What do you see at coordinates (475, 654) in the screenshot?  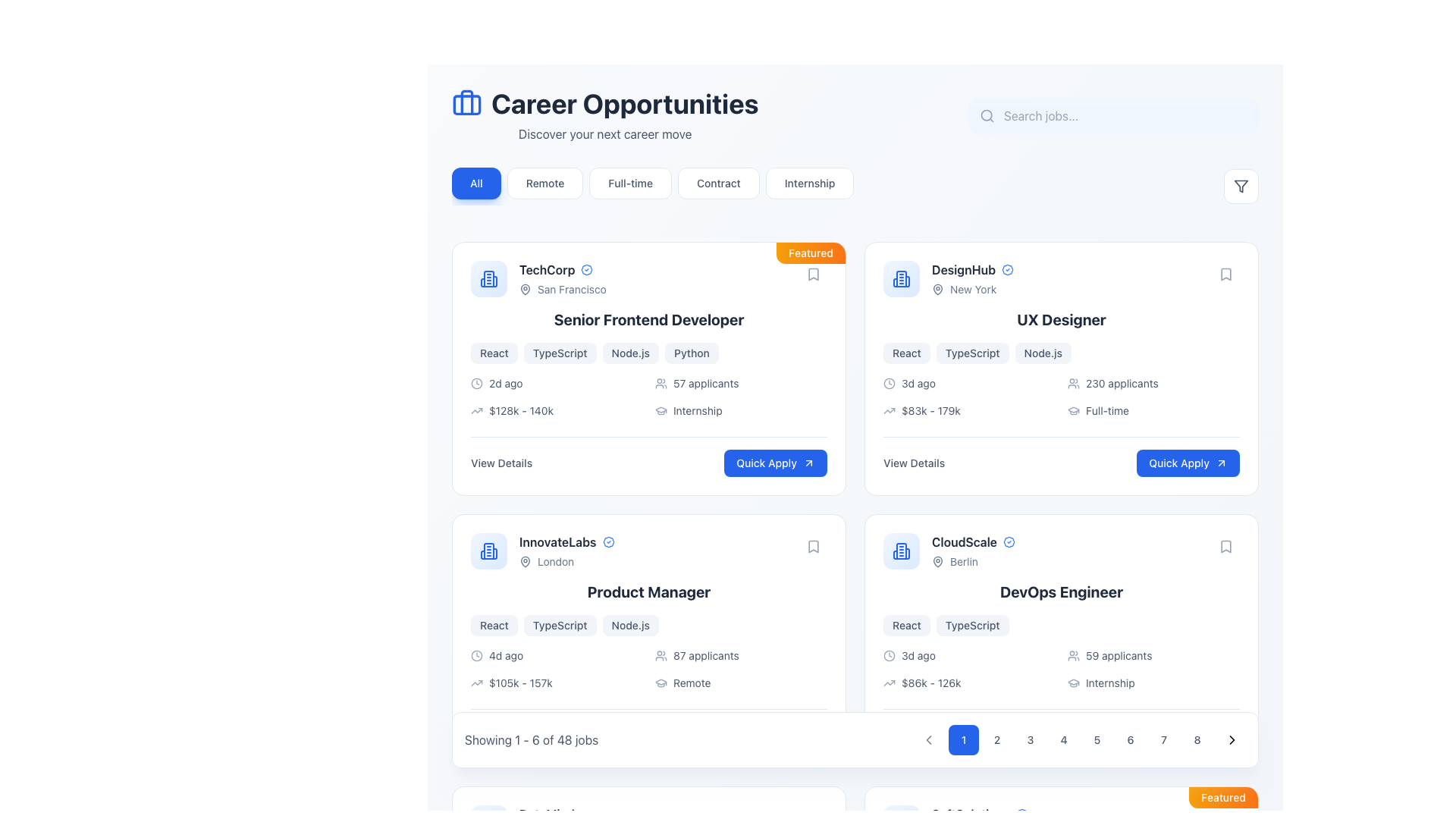 I see `the surrounding content of the circular SVG element representing a clock face located at the center of the job card for 'InnovateLabs'` at bounding box center [475, 654].